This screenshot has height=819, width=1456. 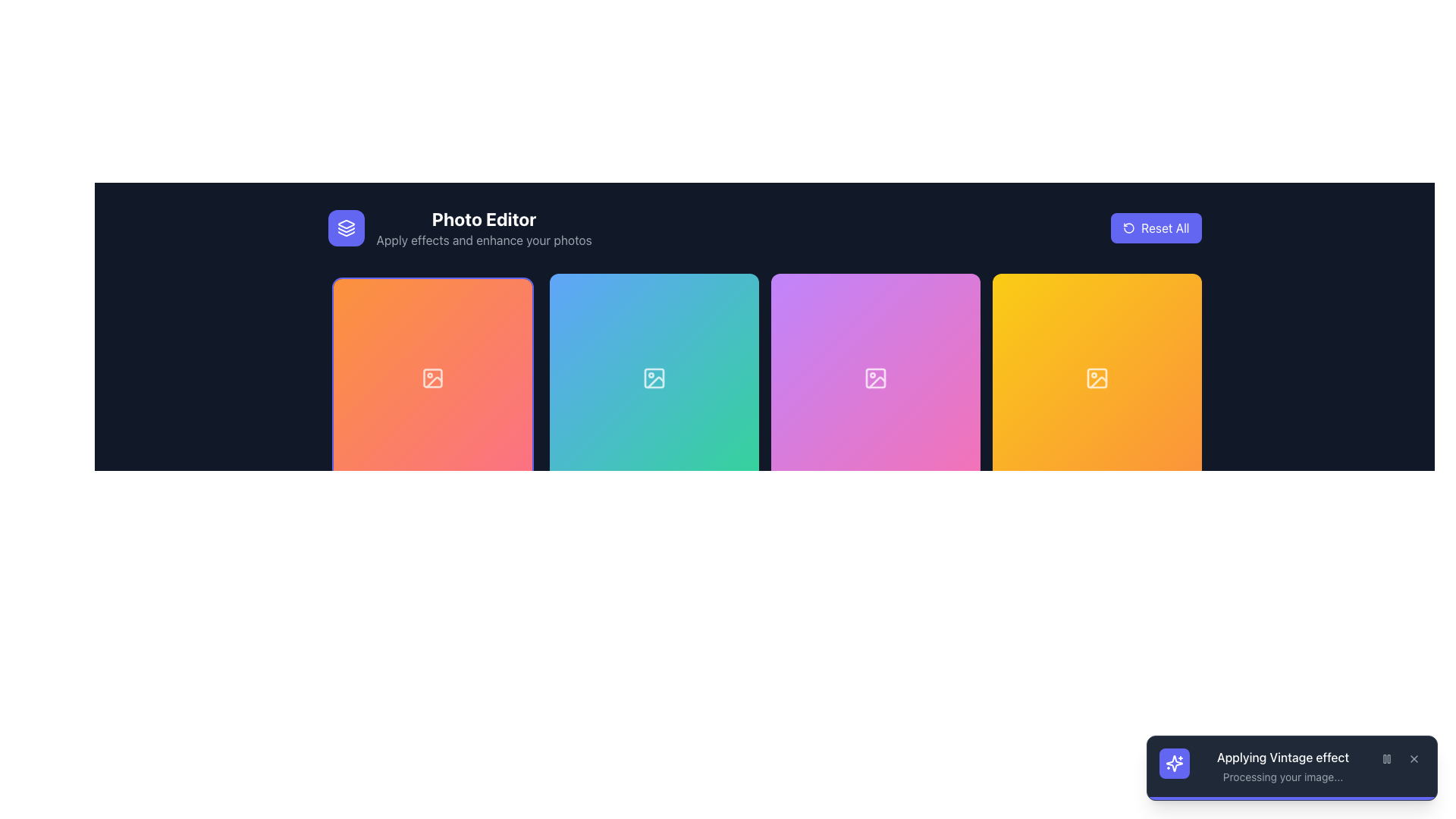 I want to click on the vintage effect icon located within a blue rounded rectangle at the bottom right corner of the interface, so click(x=1174, y=763).